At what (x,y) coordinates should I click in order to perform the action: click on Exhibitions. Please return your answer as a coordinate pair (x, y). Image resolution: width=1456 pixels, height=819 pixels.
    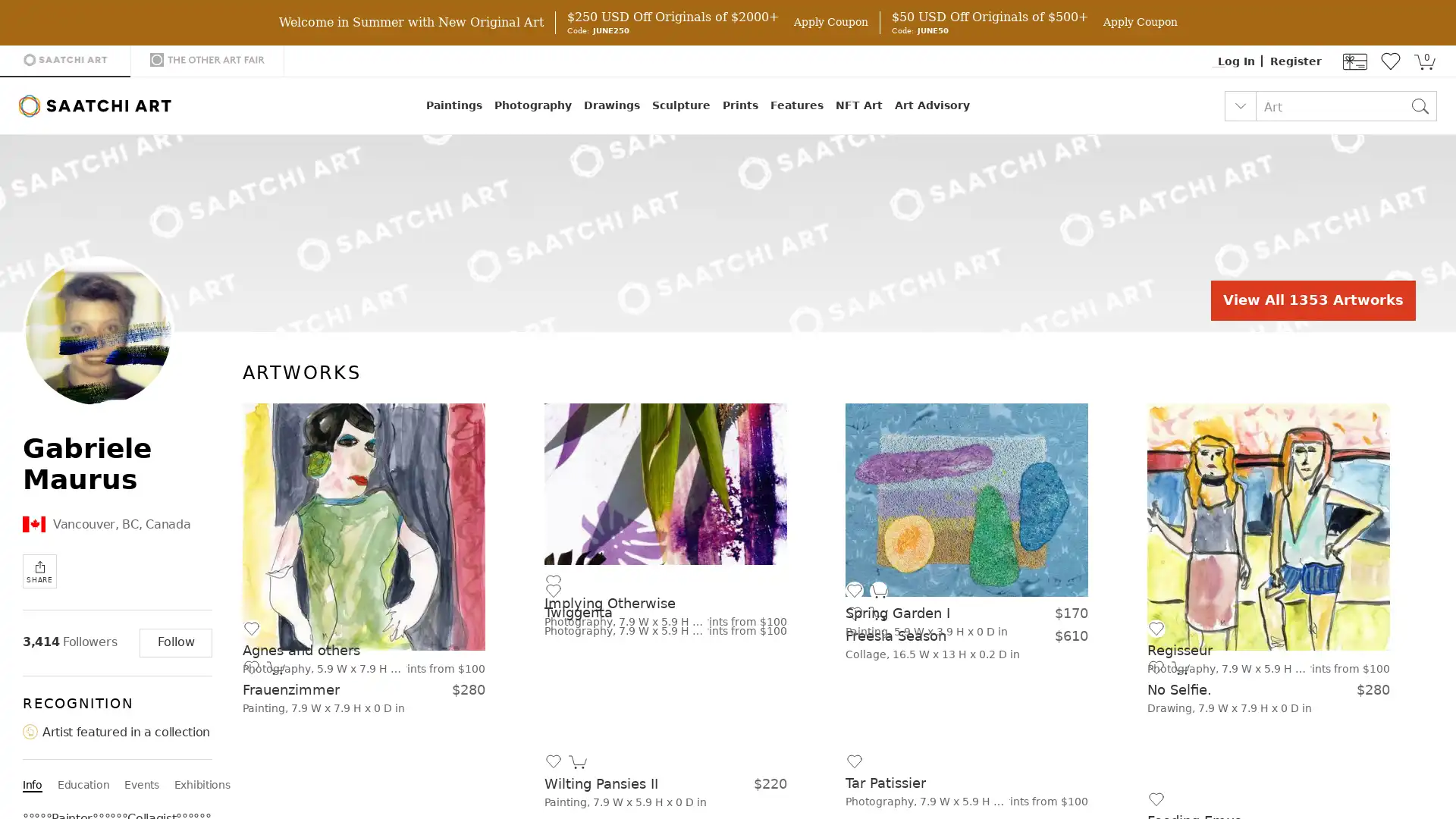
    Looking at the image, I should click on (200, 783).